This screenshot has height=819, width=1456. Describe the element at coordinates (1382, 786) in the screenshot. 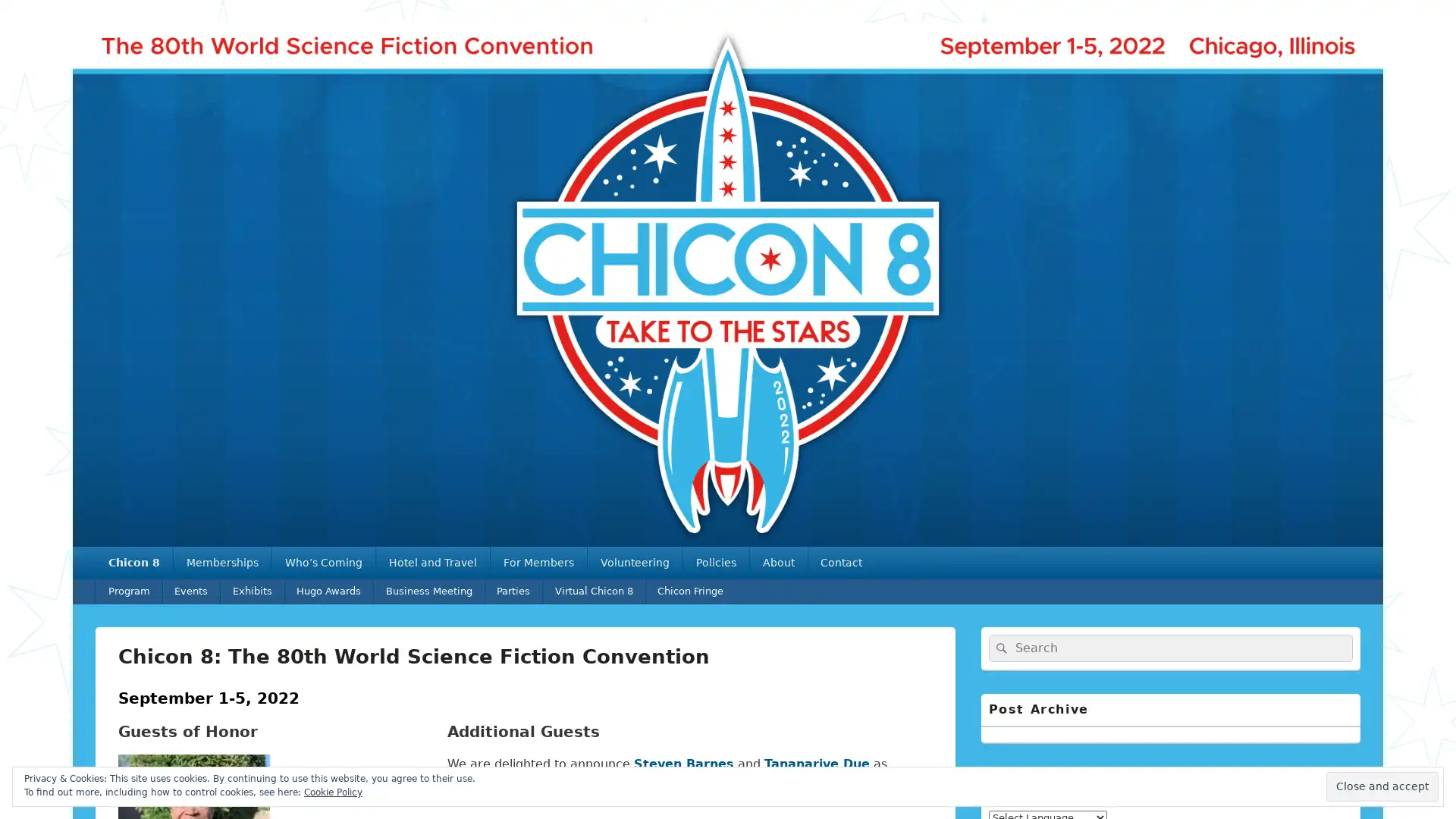

I see `Close and accept` at that location.